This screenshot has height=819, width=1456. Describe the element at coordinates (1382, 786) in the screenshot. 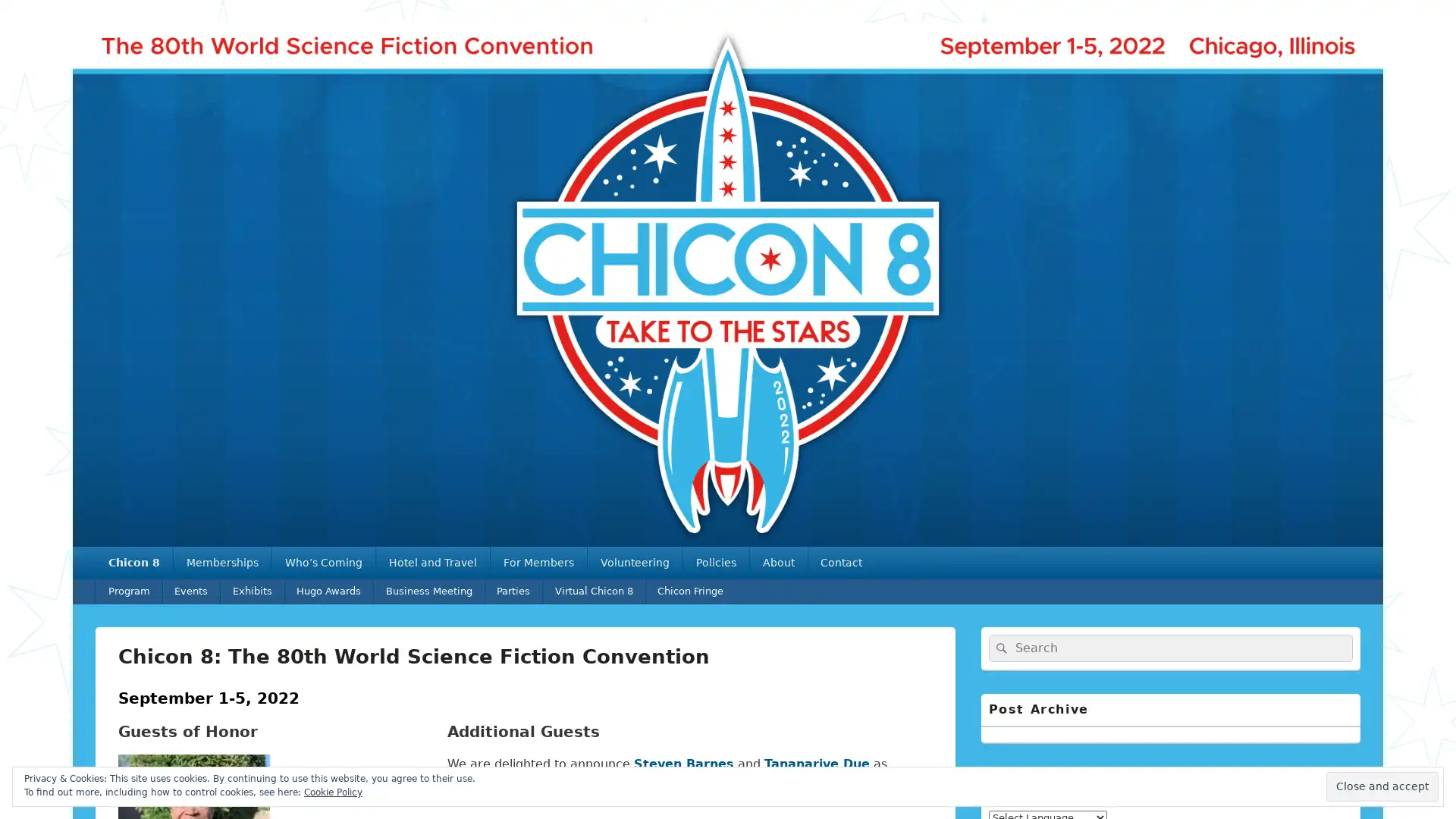

I see `Close and accept` at that location.